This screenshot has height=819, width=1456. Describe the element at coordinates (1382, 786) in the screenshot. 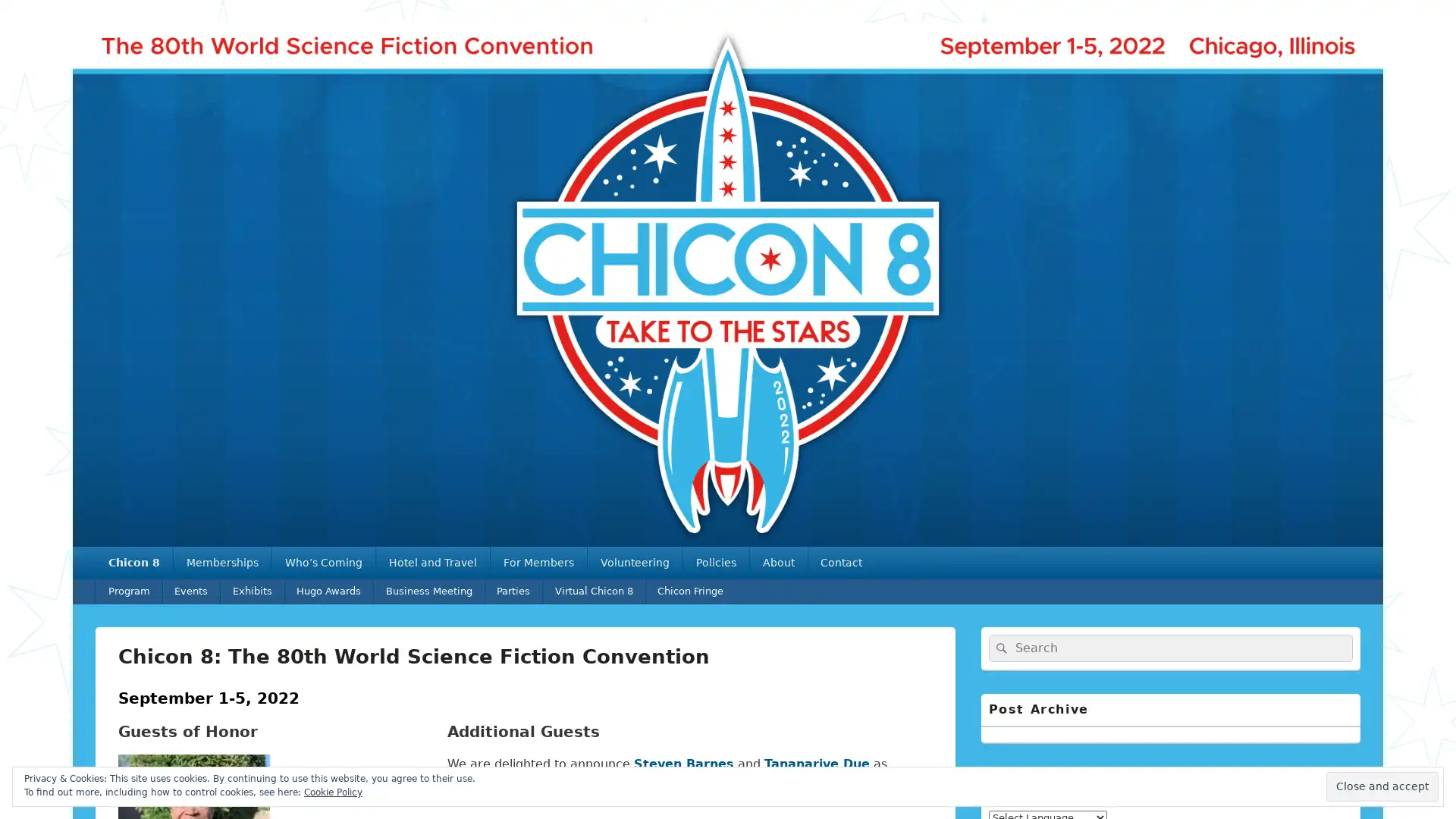

I see `Close and accept` at that location.